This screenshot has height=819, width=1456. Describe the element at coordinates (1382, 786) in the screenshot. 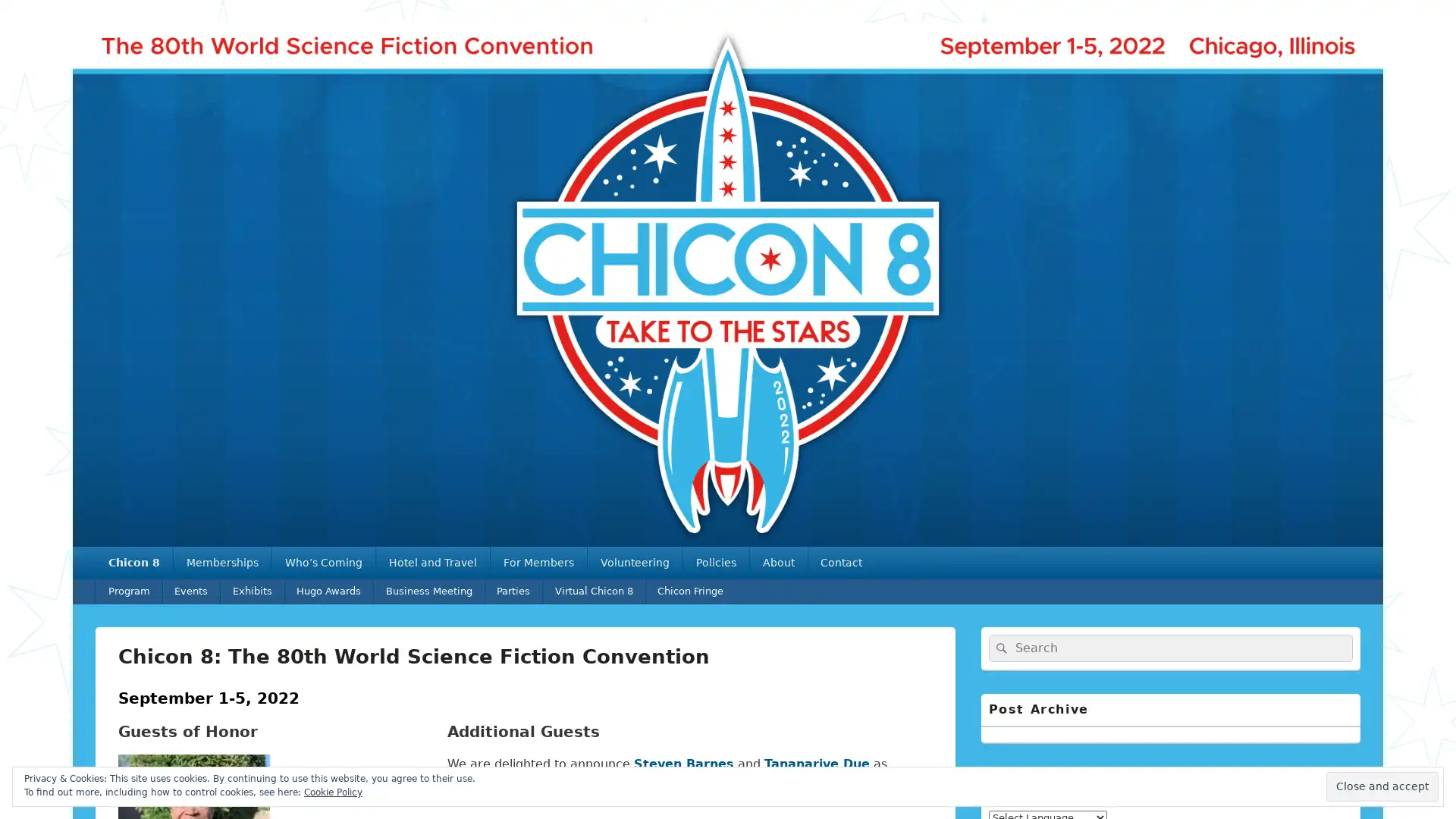

I see `Close and accept` at that location.